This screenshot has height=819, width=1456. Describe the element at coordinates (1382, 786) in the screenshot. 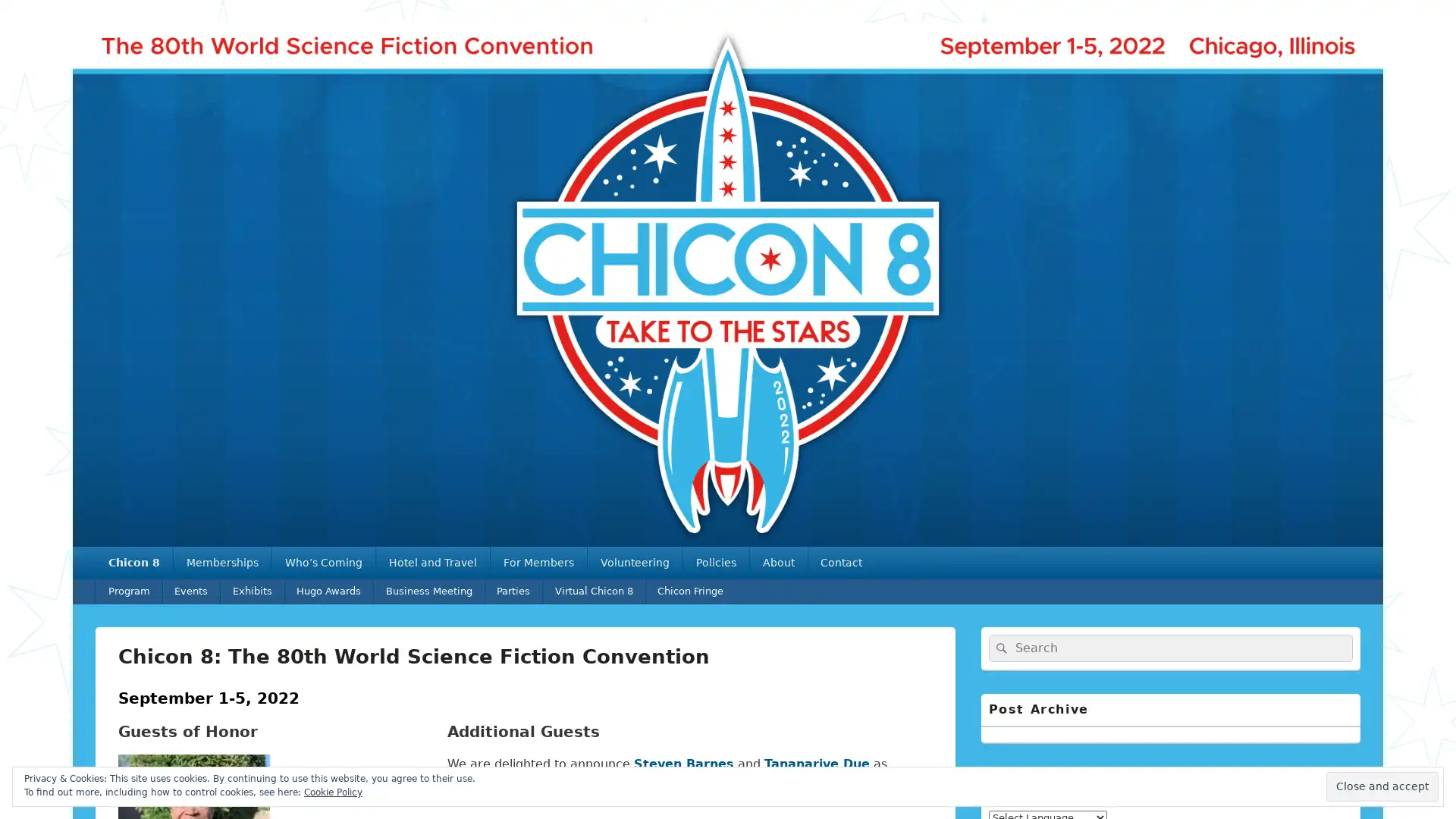

I see `Close and accept` at that location.